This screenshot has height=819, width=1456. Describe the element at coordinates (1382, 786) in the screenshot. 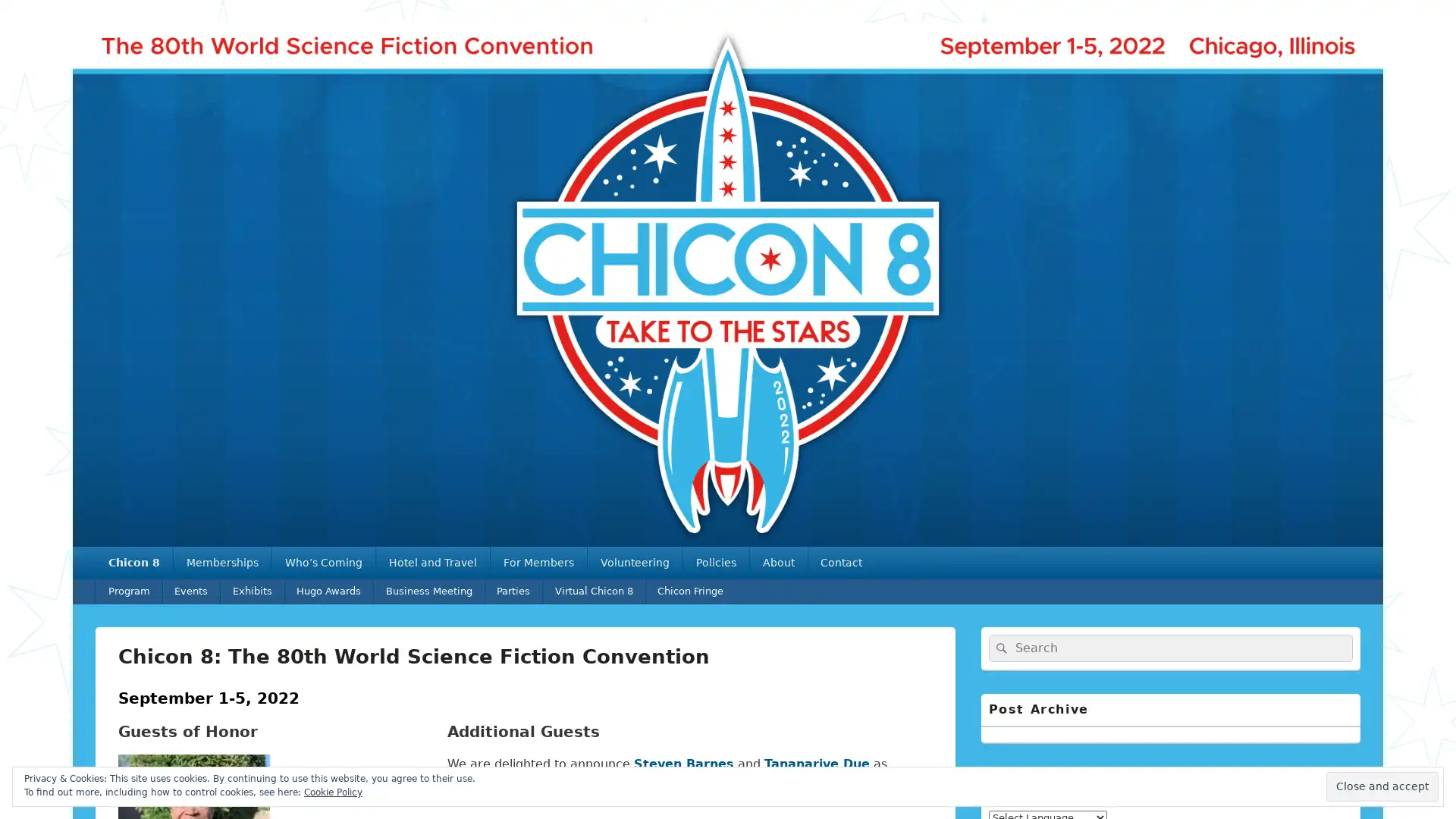

I see `Close and accept` at that location.